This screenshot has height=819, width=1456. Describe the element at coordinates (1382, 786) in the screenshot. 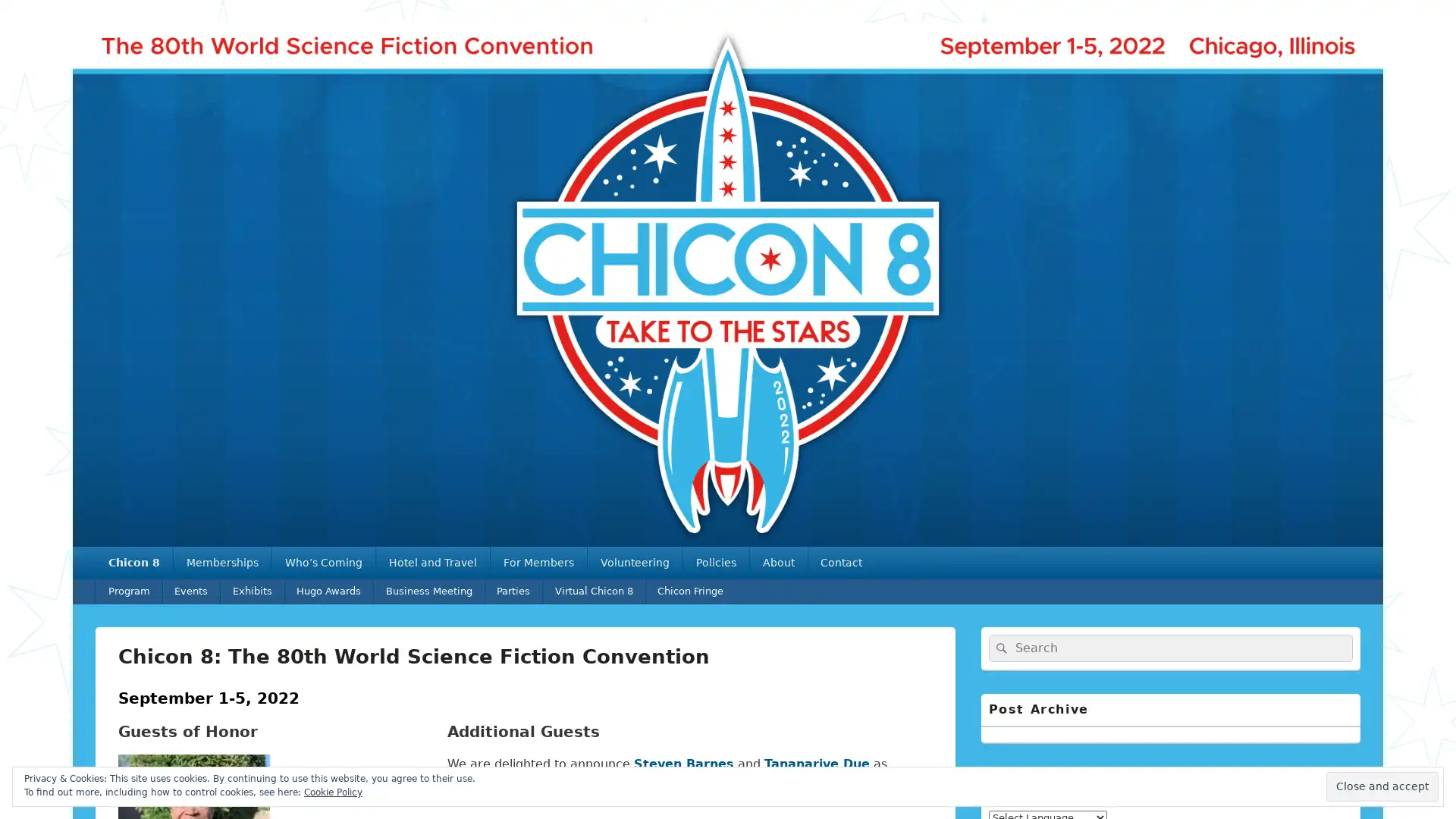

I see `Close and accept` at that location.